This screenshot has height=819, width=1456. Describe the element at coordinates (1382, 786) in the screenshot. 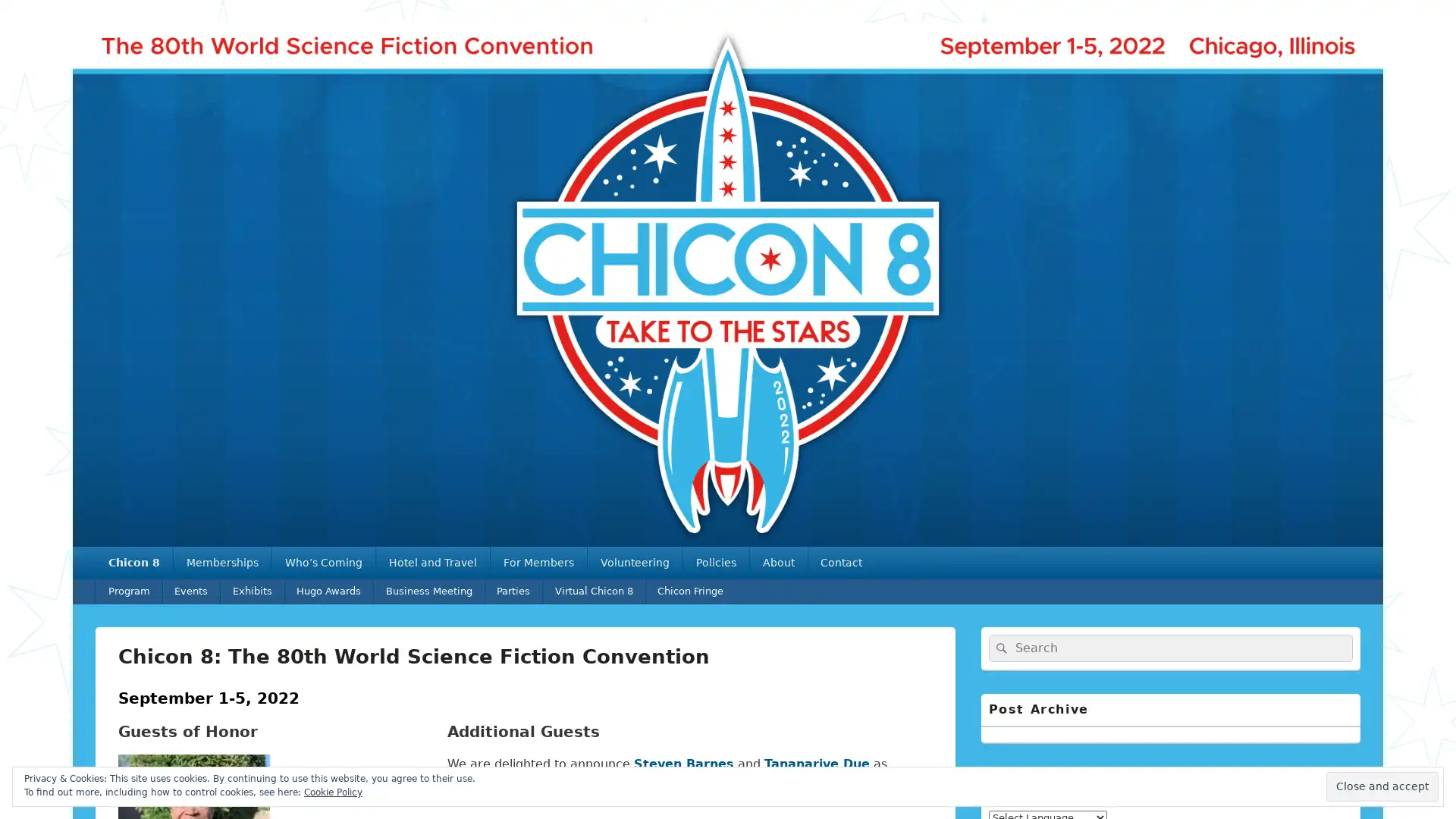

I see `Close and accept` at that location.